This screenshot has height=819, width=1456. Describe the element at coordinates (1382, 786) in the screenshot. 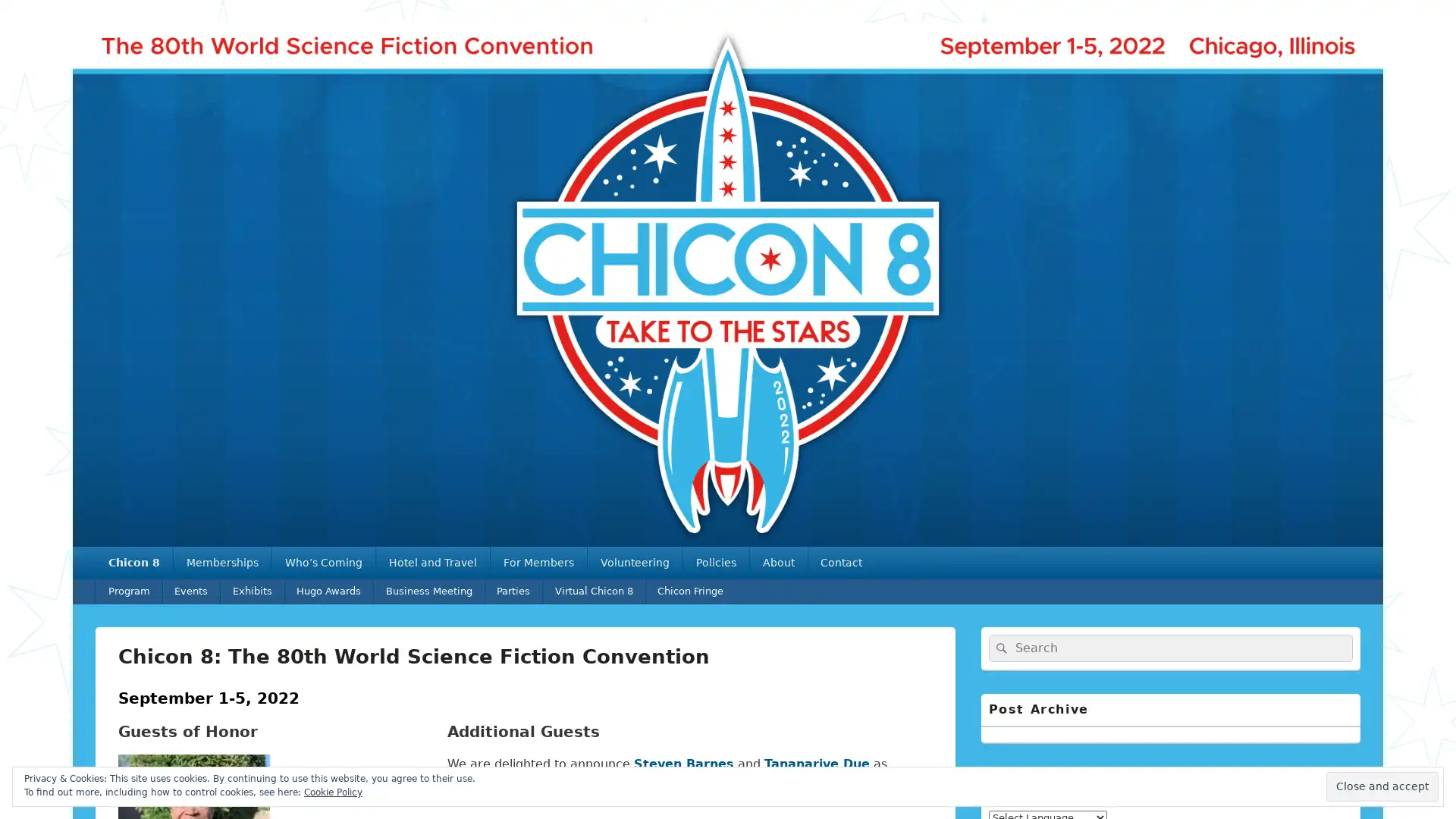

I see `Close and accept` at that location.